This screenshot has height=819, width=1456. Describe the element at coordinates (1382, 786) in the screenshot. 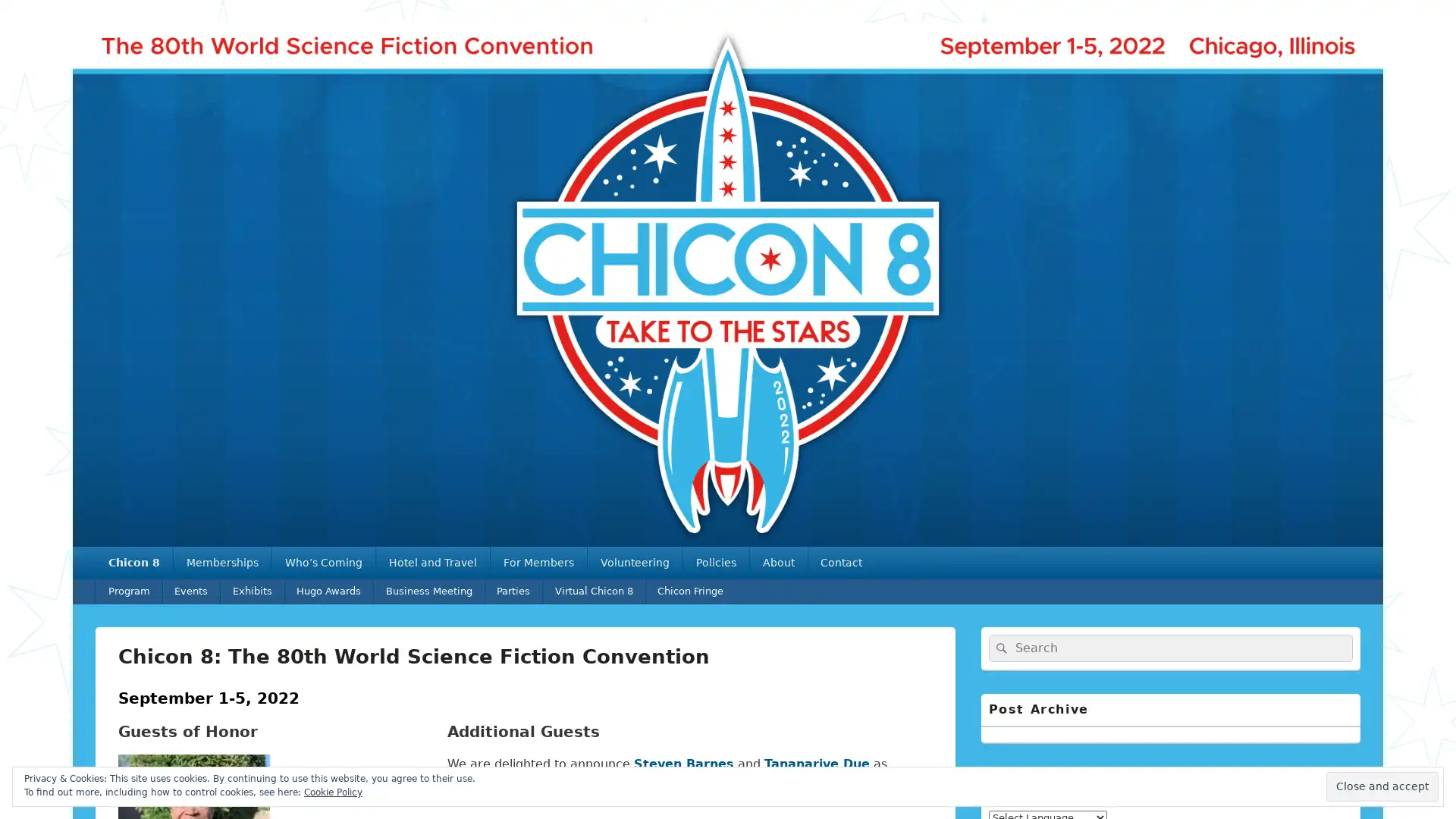

I see `Close and accept` at that location.